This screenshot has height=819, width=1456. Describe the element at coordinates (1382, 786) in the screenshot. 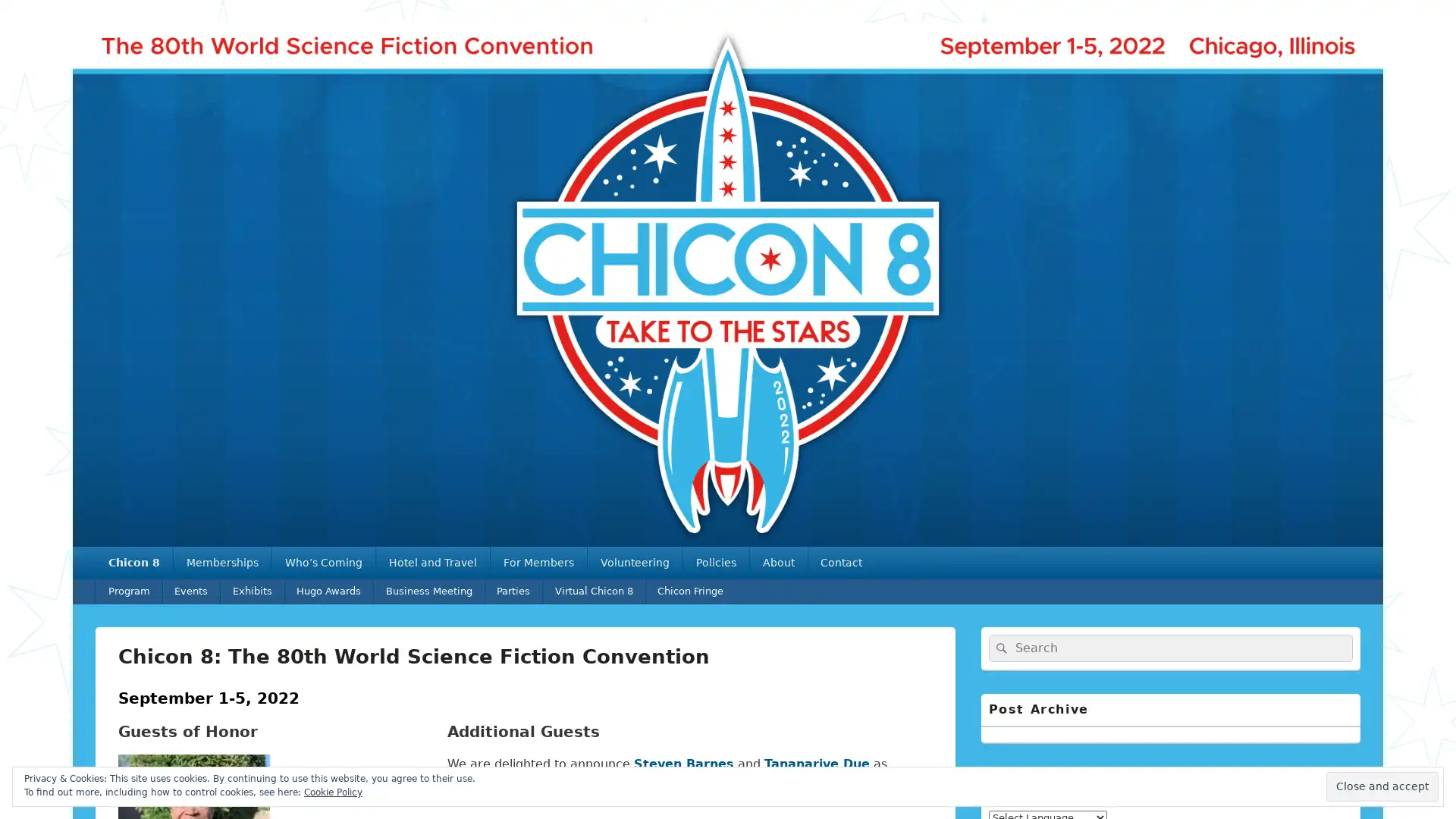

I see `Close and accept` at that location.